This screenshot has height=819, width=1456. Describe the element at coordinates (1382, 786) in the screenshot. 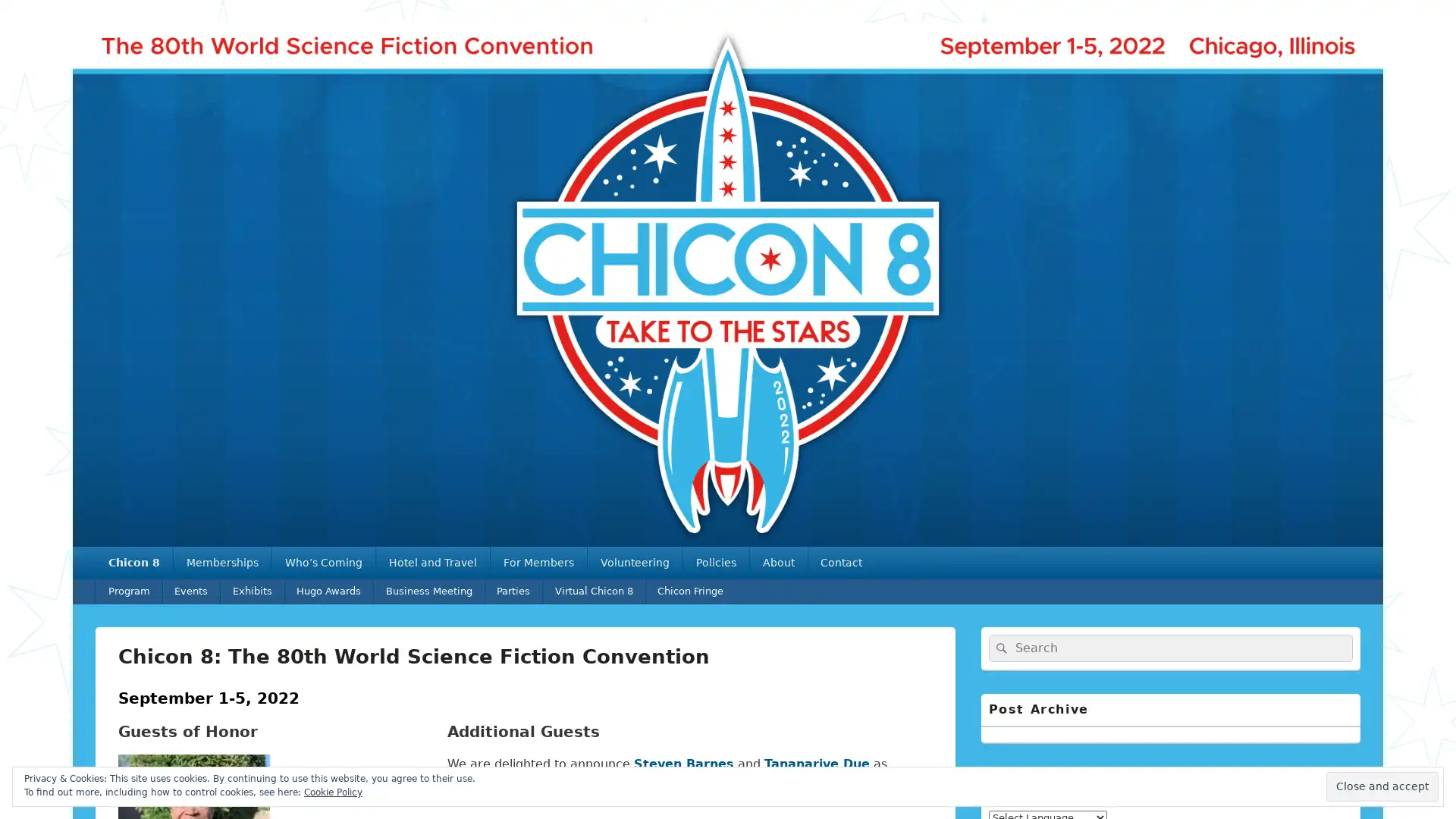

I see `Close and accept` at that location.